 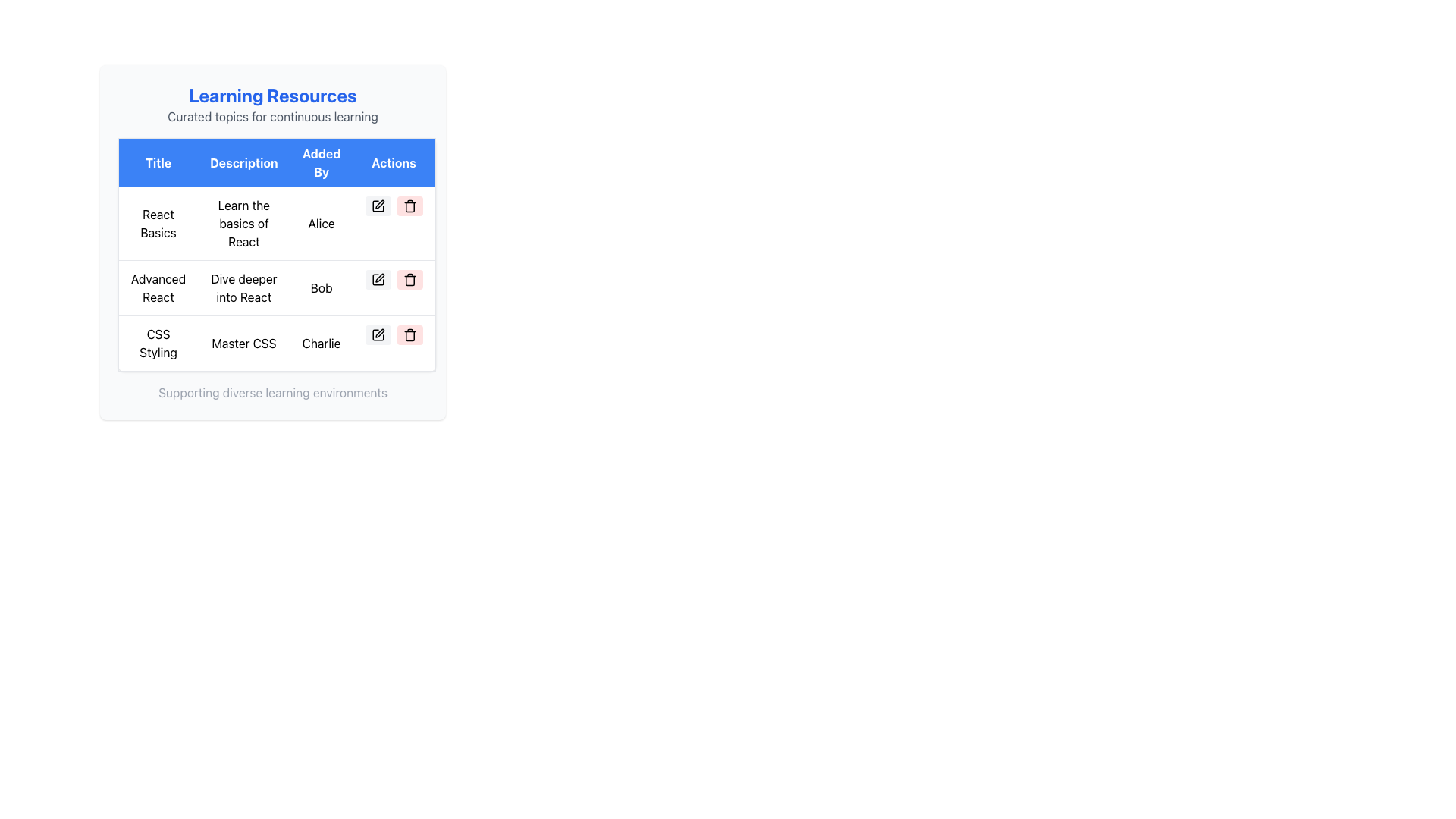 I want to click on the delete button with a red background and trash can icon in the 'Actions' column of the 'React Basics' entry to observe the hover effect, so click(x=409, y=206).